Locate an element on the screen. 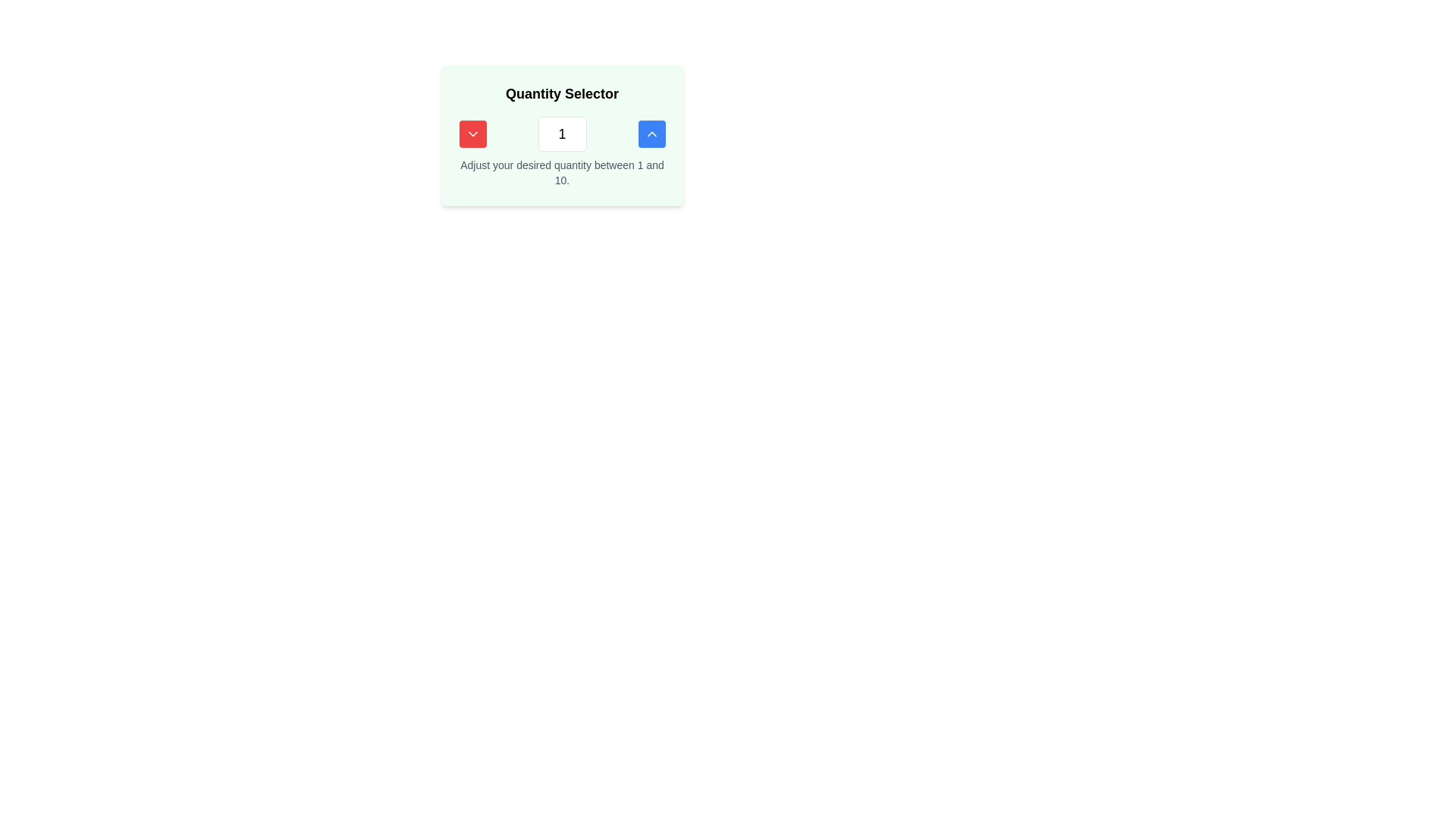 The height and width of the screenshot is (819, 1456). the red square button with white text and a downward pointing chevron icon to decrease the value is located at coordinates (472, 133).